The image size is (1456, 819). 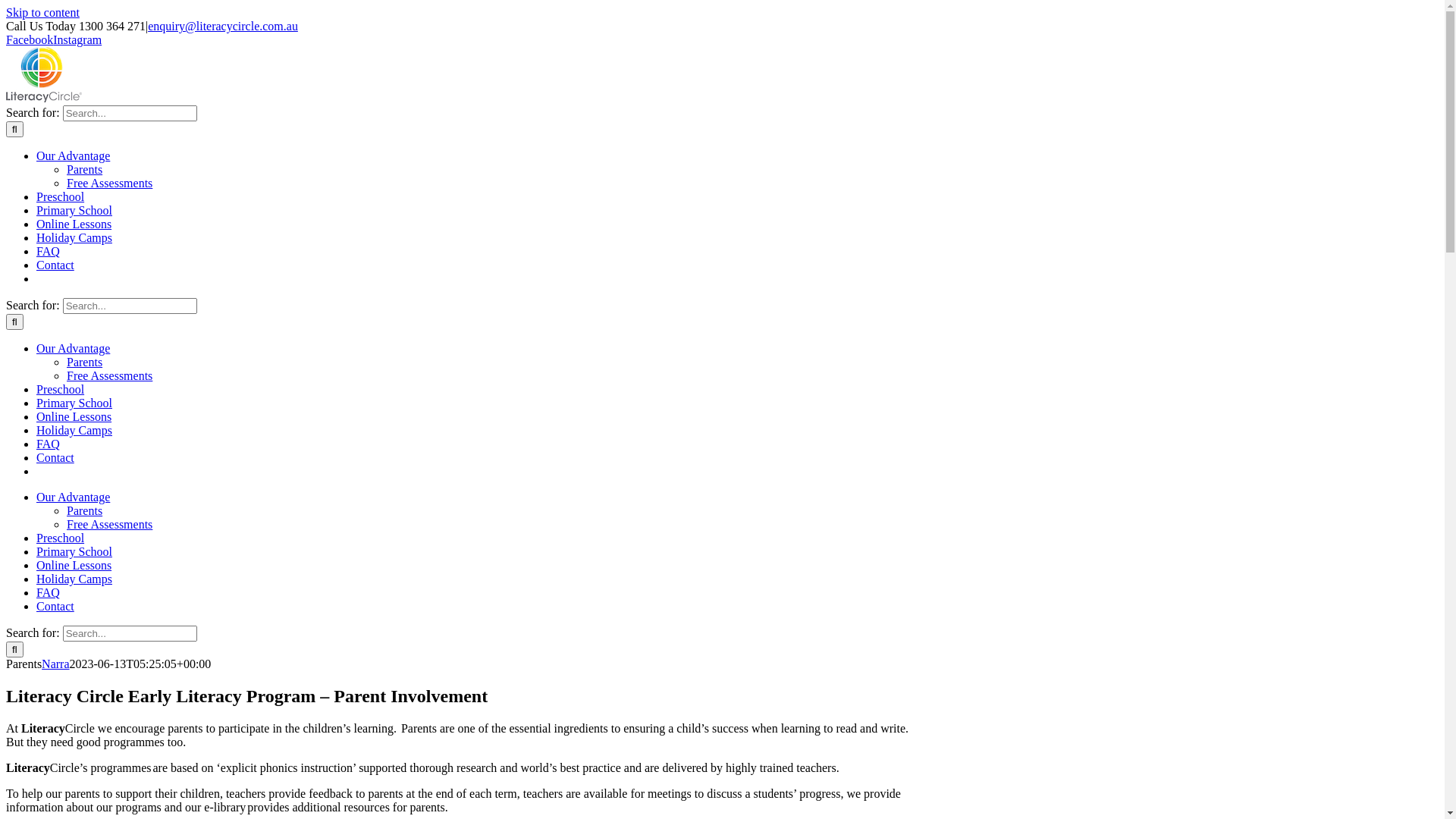 What do you see at coordinates (6, 39) in the screenshot?
I see `'Facebook'` at bounding box center [6, 39].